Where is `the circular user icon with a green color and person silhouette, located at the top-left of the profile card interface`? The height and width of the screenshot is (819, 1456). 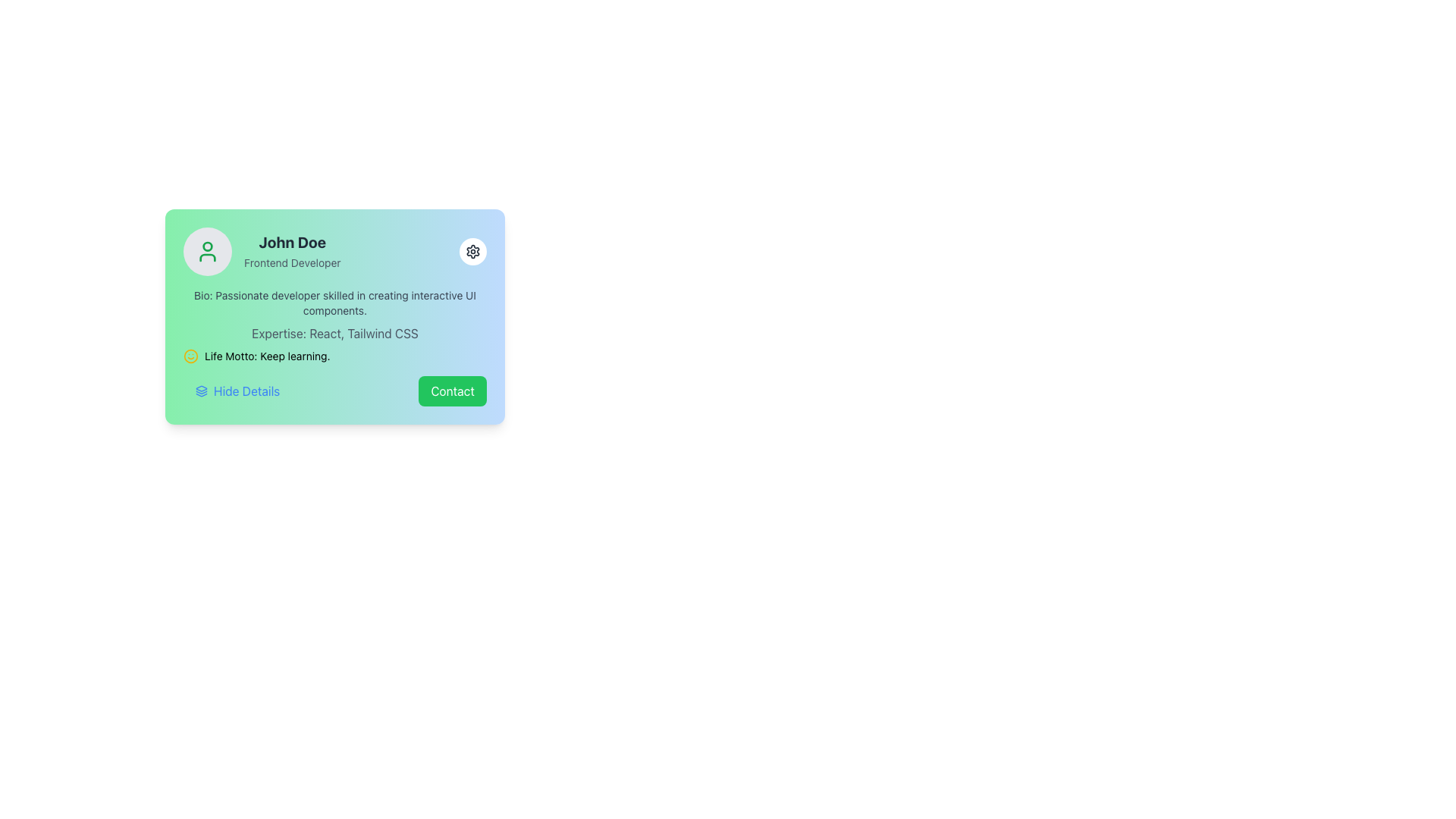 the circular user icon with a green color and person silhouette, located at the top-left of the profile card interface is located at coordinates (206, 250).